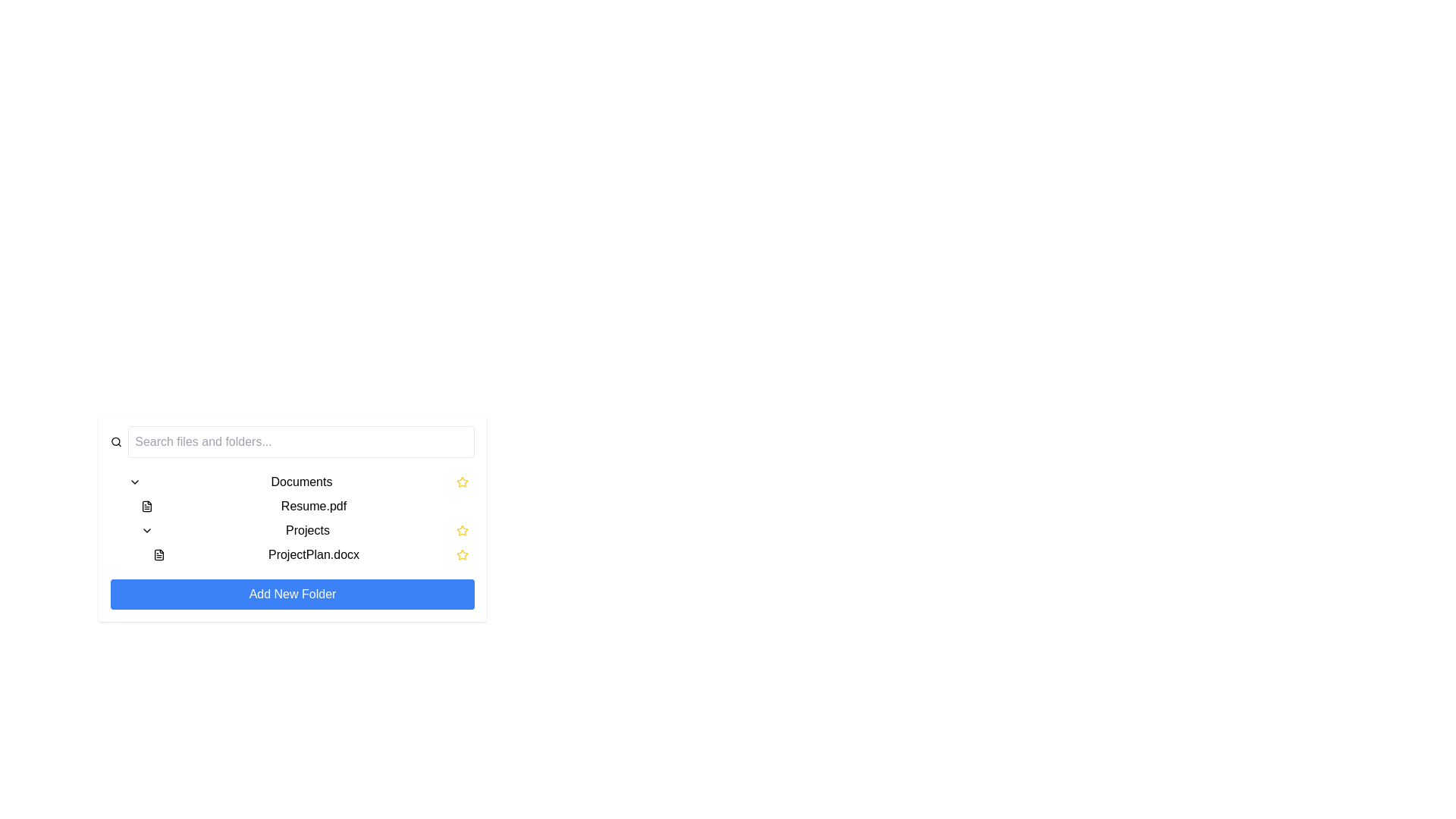 This screenshot has height=819, width=1456. What do you see at coordinates (298, 482) in the screenshot?
I see `the first item in the expandable list item header, located just above 'Resume.pdf' and 'Projects'` at bounding box center [298, 482].